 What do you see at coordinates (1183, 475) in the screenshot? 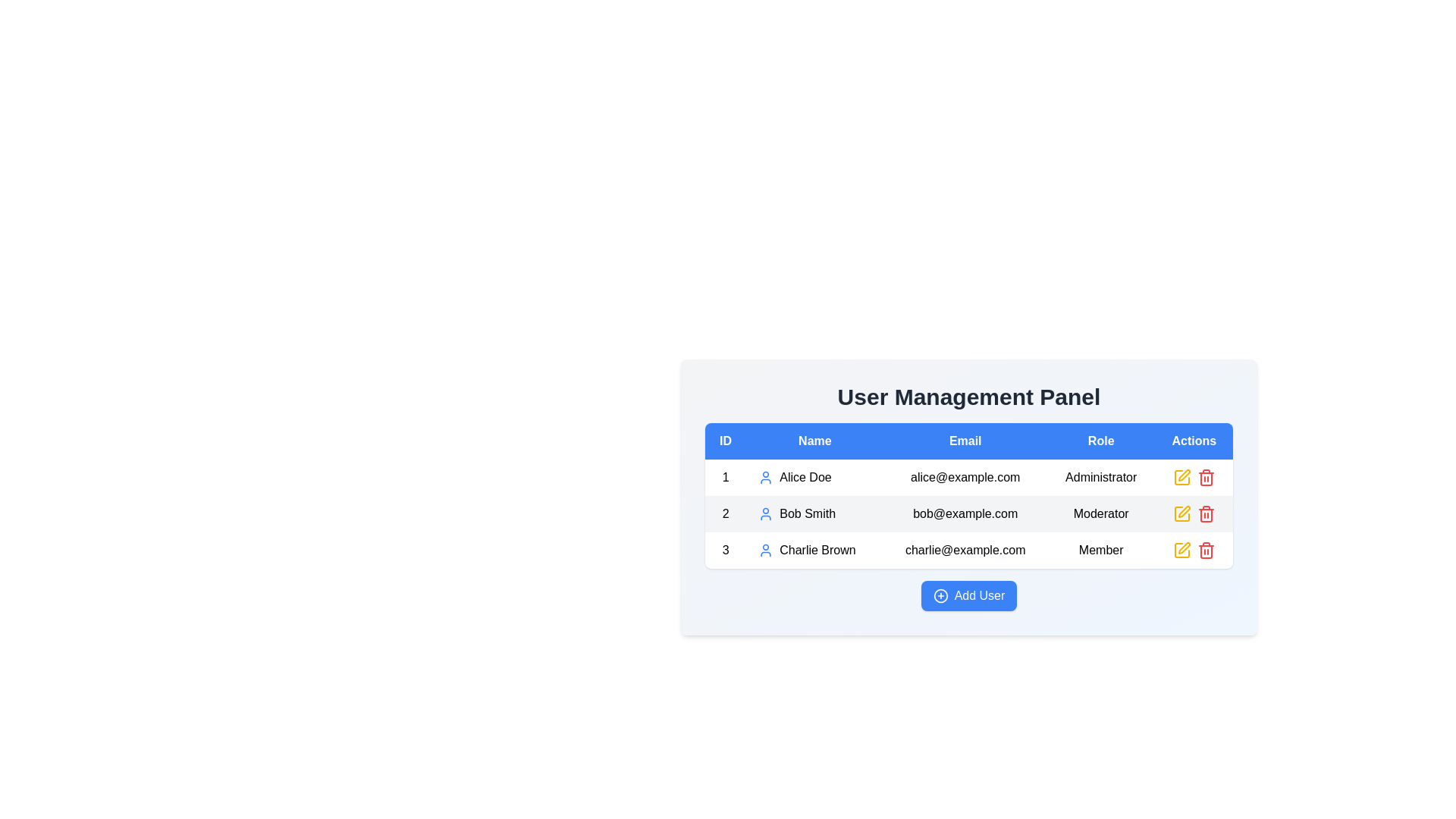
I see `the edit icon button located in the 'Actions' column of the user management table for the user 'Bob Smith'` at bounding box center [1183, 475].